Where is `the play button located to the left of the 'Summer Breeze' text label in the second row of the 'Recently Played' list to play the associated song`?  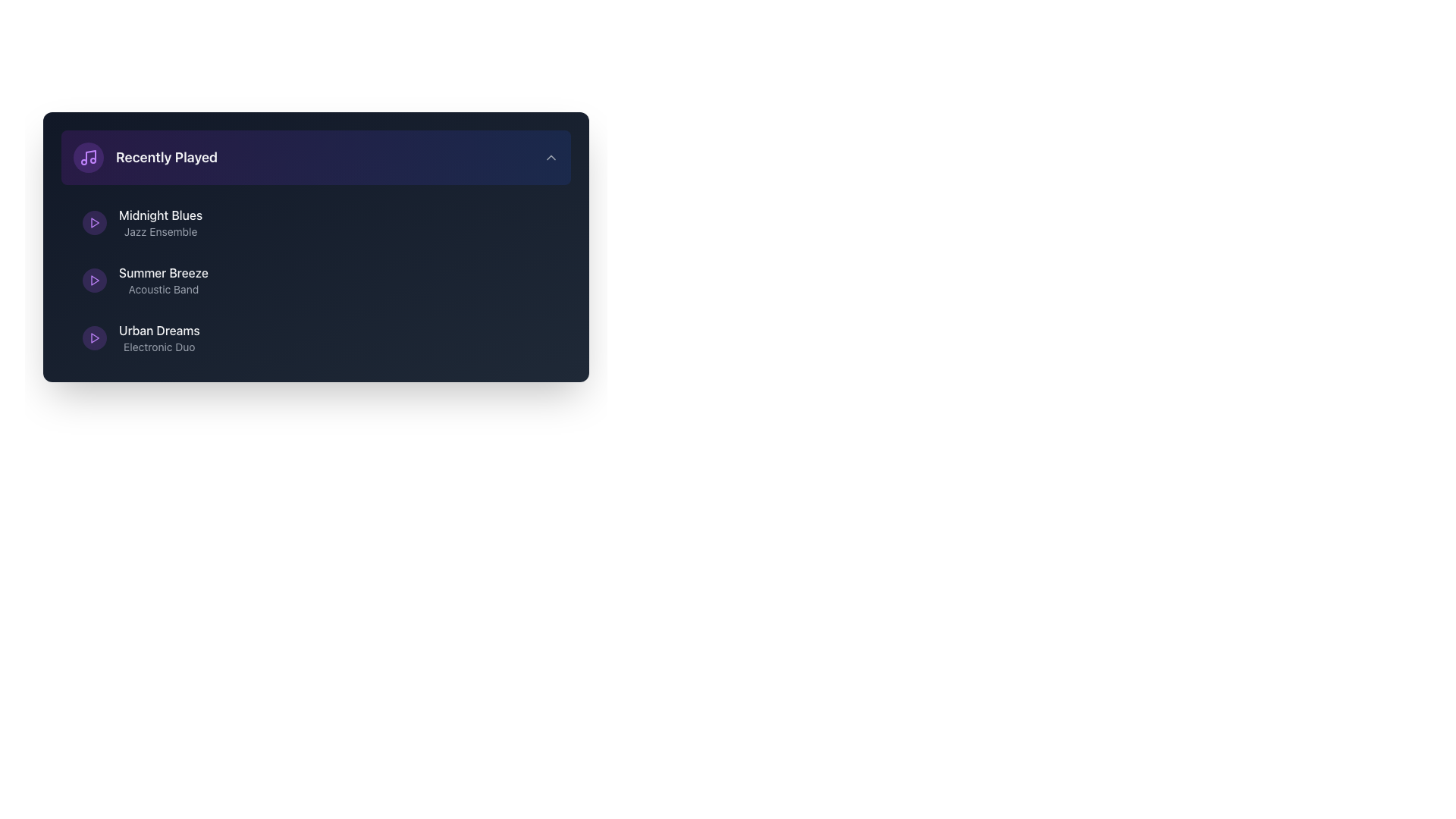
the play button located to the left of the 'Summer Breeze' text label in the second row of the 'Recently Played' list to play the associated song is located at coordinates (94, 281).